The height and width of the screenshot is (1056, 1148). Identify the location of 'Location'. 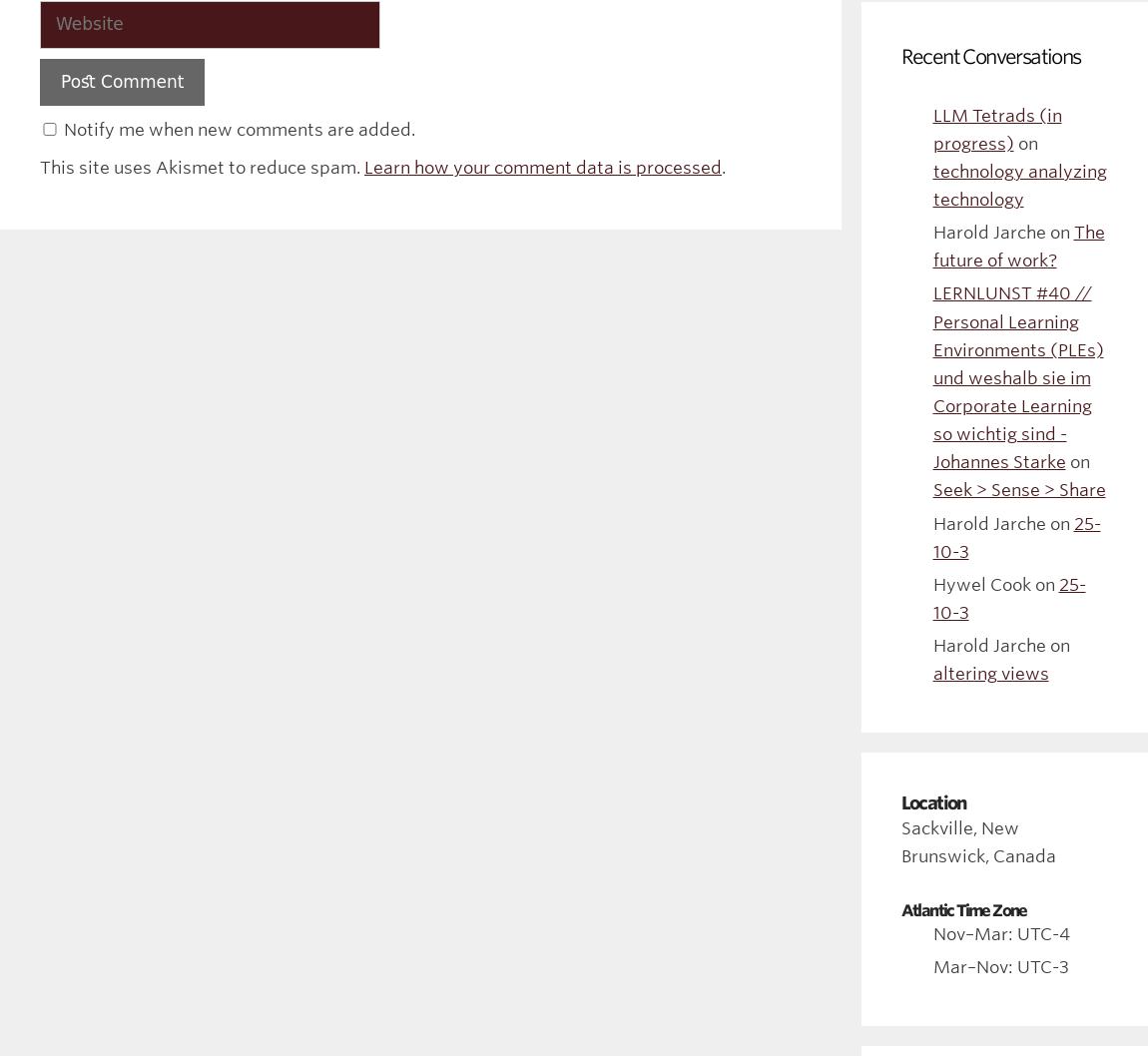
(899, 800).